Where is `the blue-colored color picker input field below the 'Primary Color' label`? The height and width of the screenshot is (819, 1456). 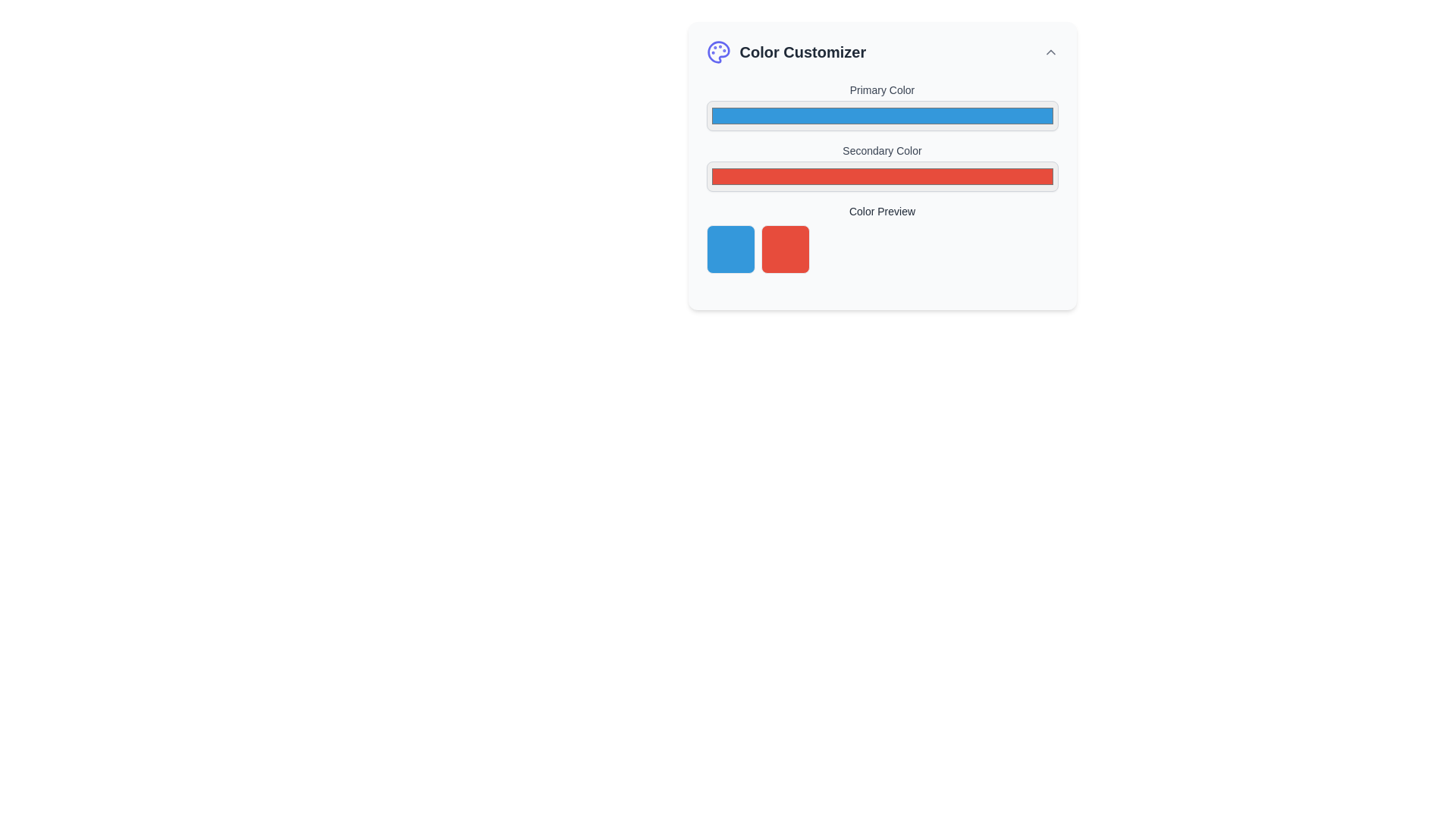
the blue-colored color picker input field below the 'Primary Color' label is located at coordinates (882, 115).